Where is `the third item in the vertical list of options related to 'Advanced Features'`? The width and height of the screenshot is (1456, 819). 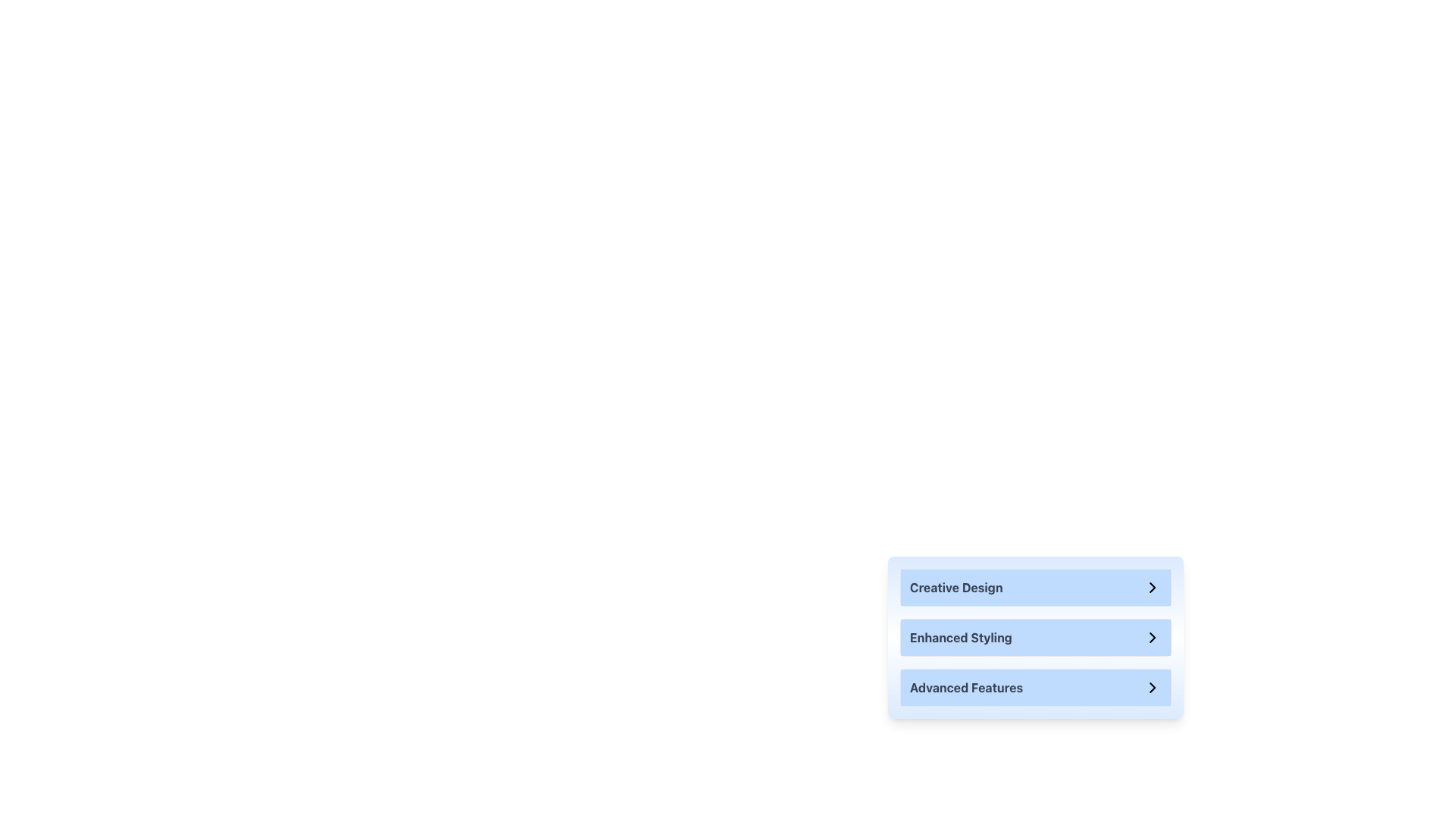
the third item in the vertical list of options related to 'Advanced Features' is located at coordinates (1035, 687).